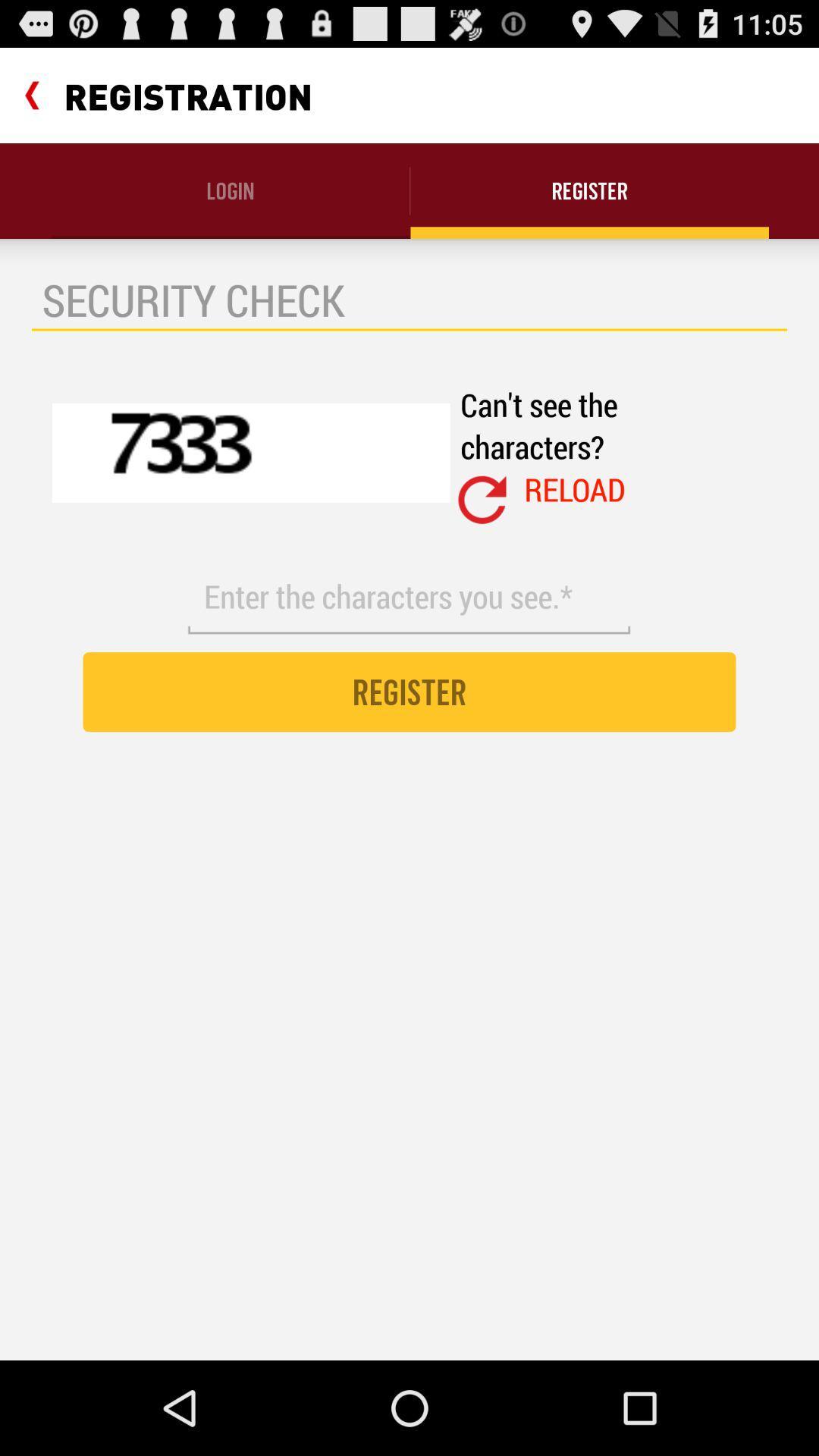  What do you see at coordinates (575, 489) in the screenshot?
I see `the reload icon` at bounding box center [575, 489].